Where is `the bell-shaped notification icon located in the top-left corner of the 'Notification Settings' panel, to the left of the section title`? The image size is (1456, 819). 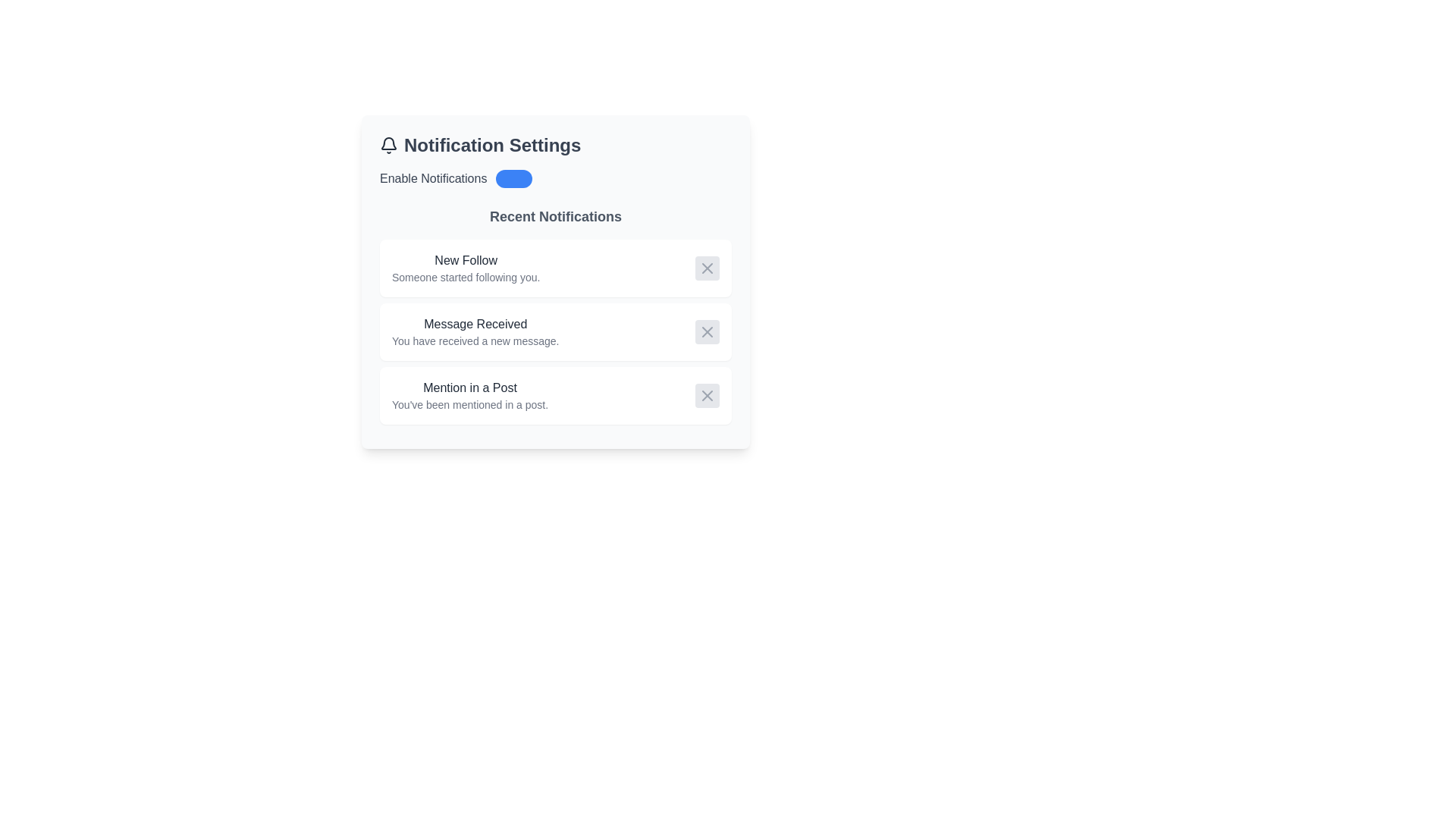 the bell-shaped notification icon located in the top-left corner of the 'Notification Settings' panel, to the left of the section title is located at coordinates (389, 143).